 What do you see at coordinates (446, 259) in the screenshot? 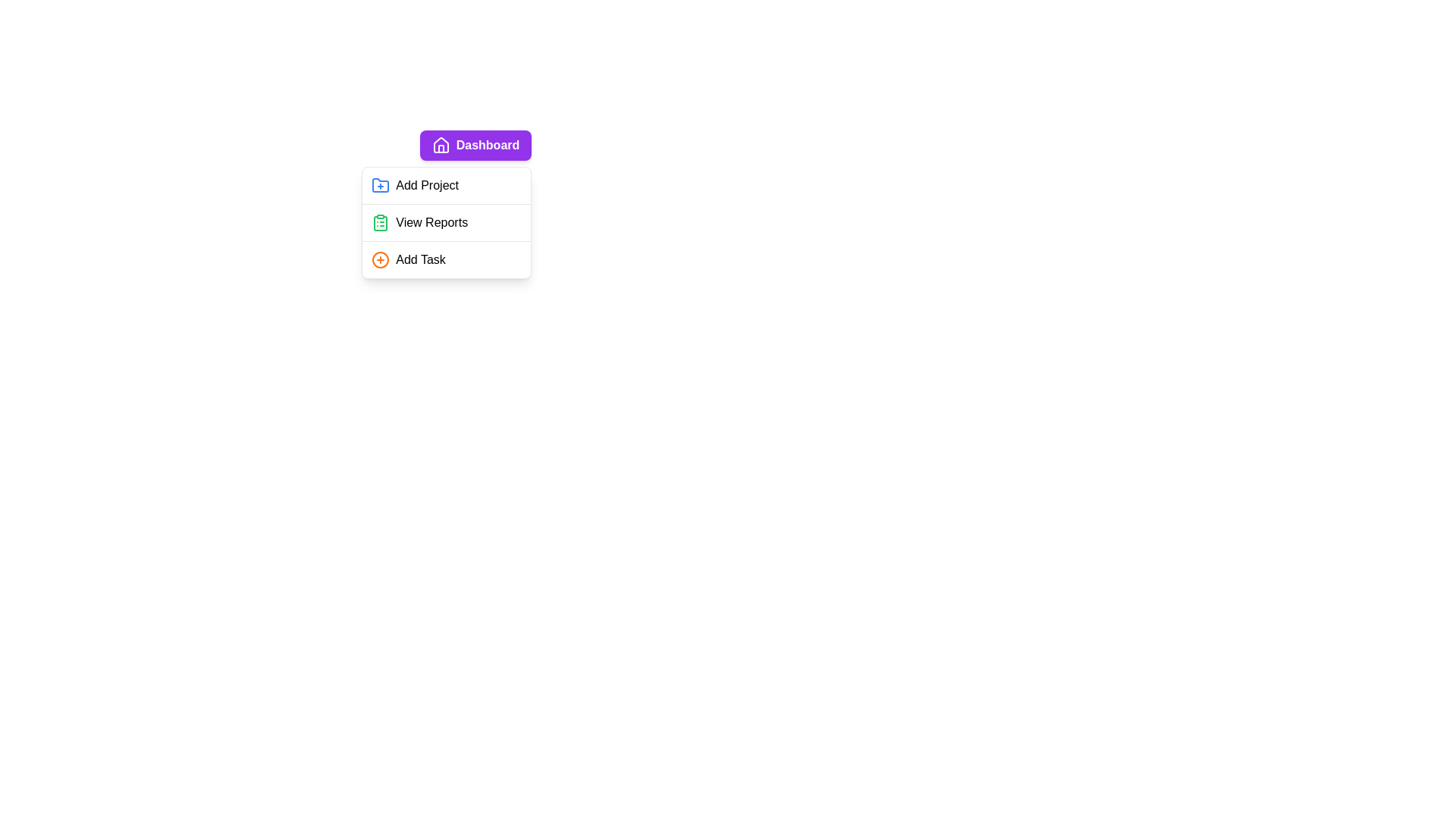
I see `the 'Add Task' menu item to select it` at bounding box center [446, 259].